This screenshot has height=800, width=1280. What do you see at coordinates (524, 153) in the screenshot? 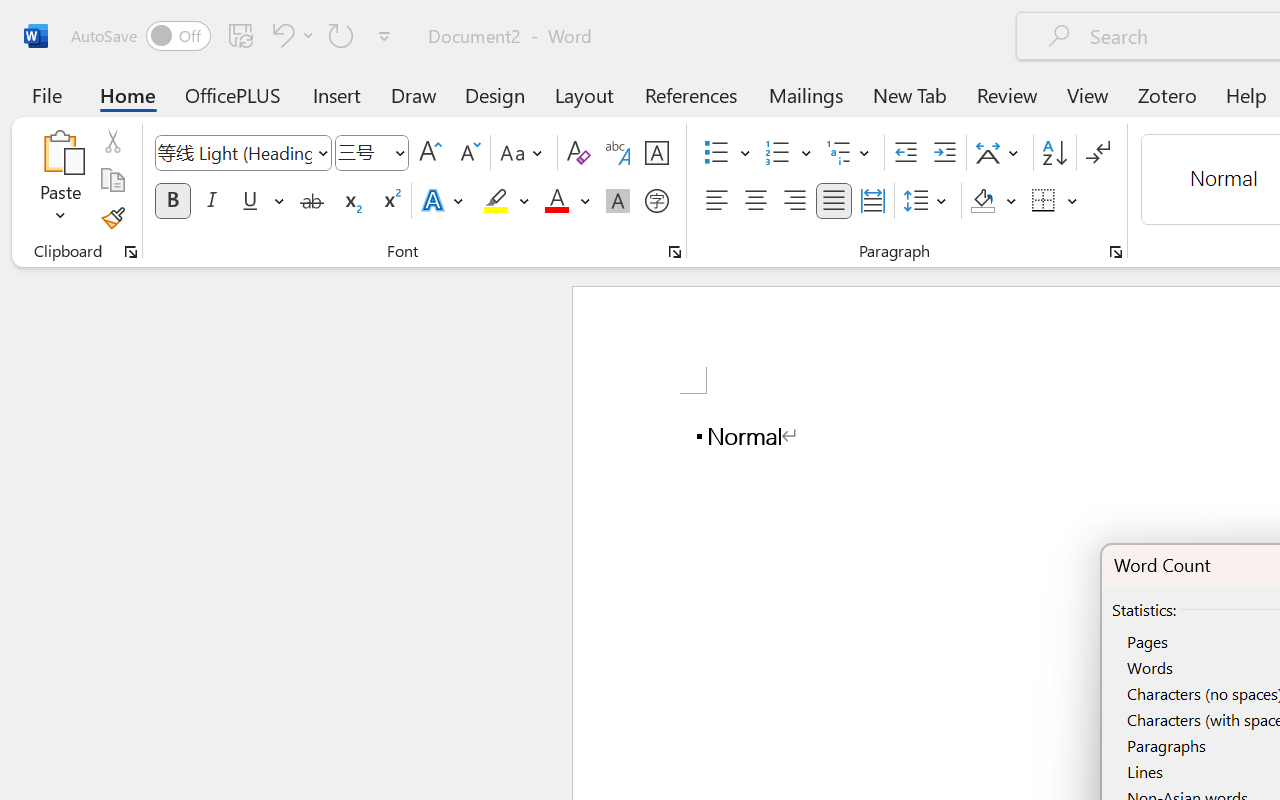
I see `'Change Case'` at bounding box center [524, 153].